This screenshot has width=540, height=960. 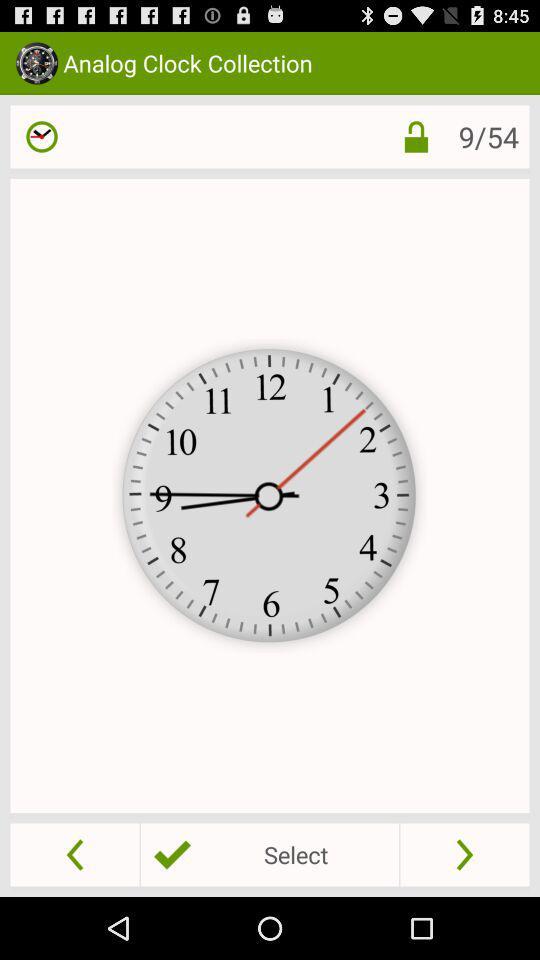 I want to click on lock clock, so click(x=400, y=135).